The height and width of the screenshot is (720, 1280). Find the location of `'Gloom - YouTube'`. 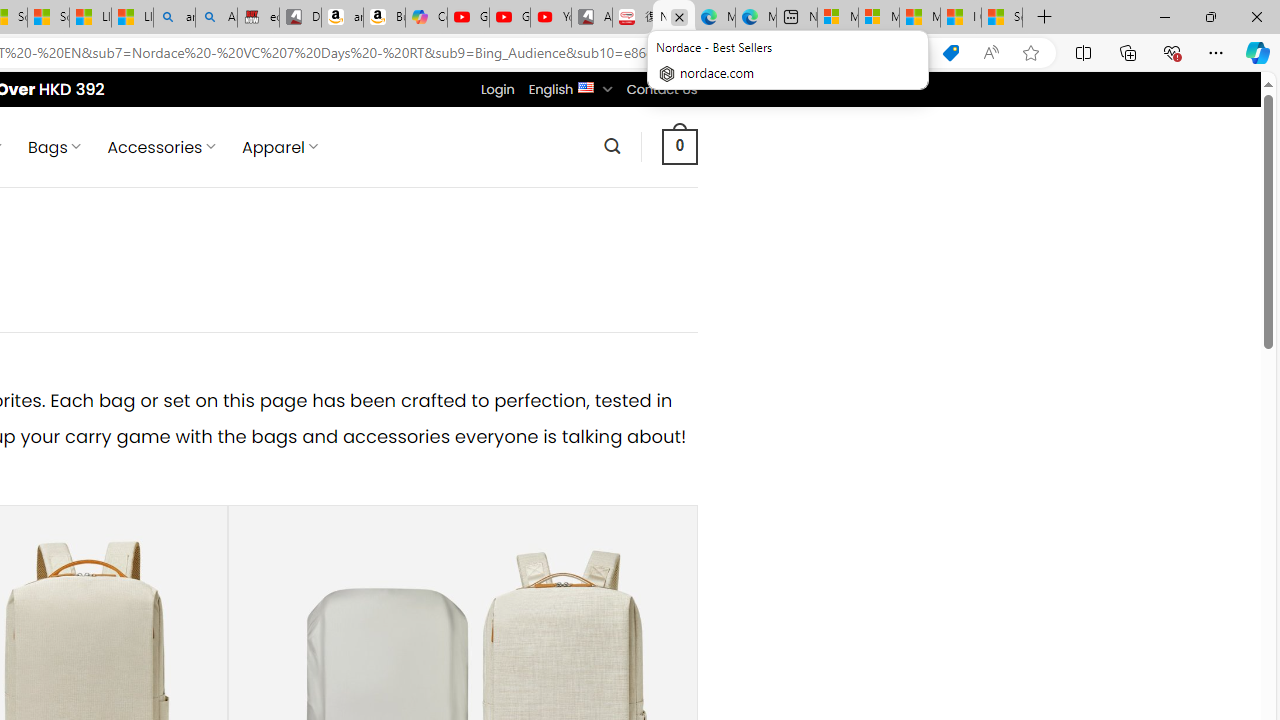

'Gloom - YouTube' is located at coordinates (510, 17).